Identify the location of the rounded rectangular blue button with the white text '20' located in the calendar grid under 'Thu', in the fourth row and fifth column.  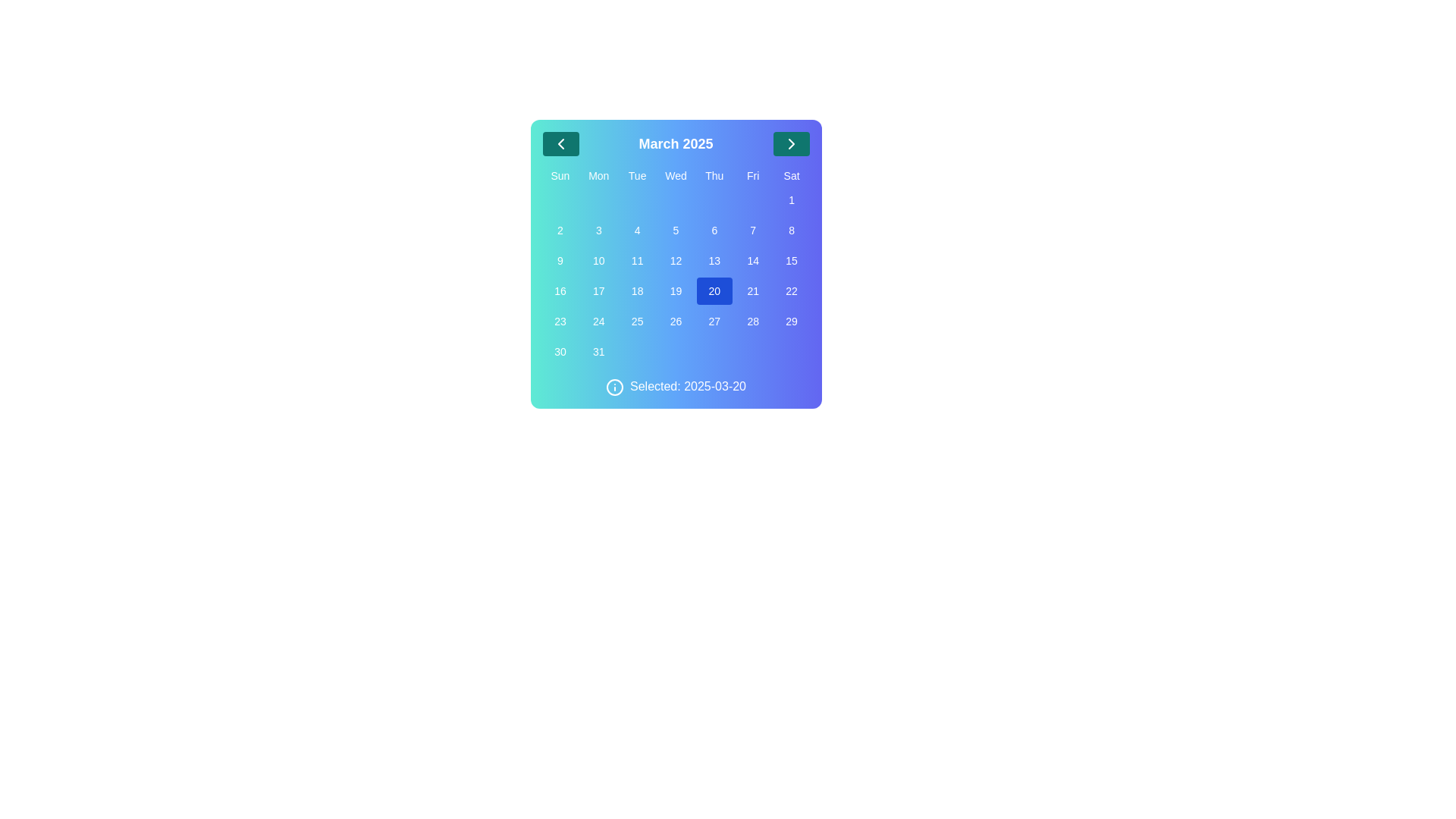
(714, 291).